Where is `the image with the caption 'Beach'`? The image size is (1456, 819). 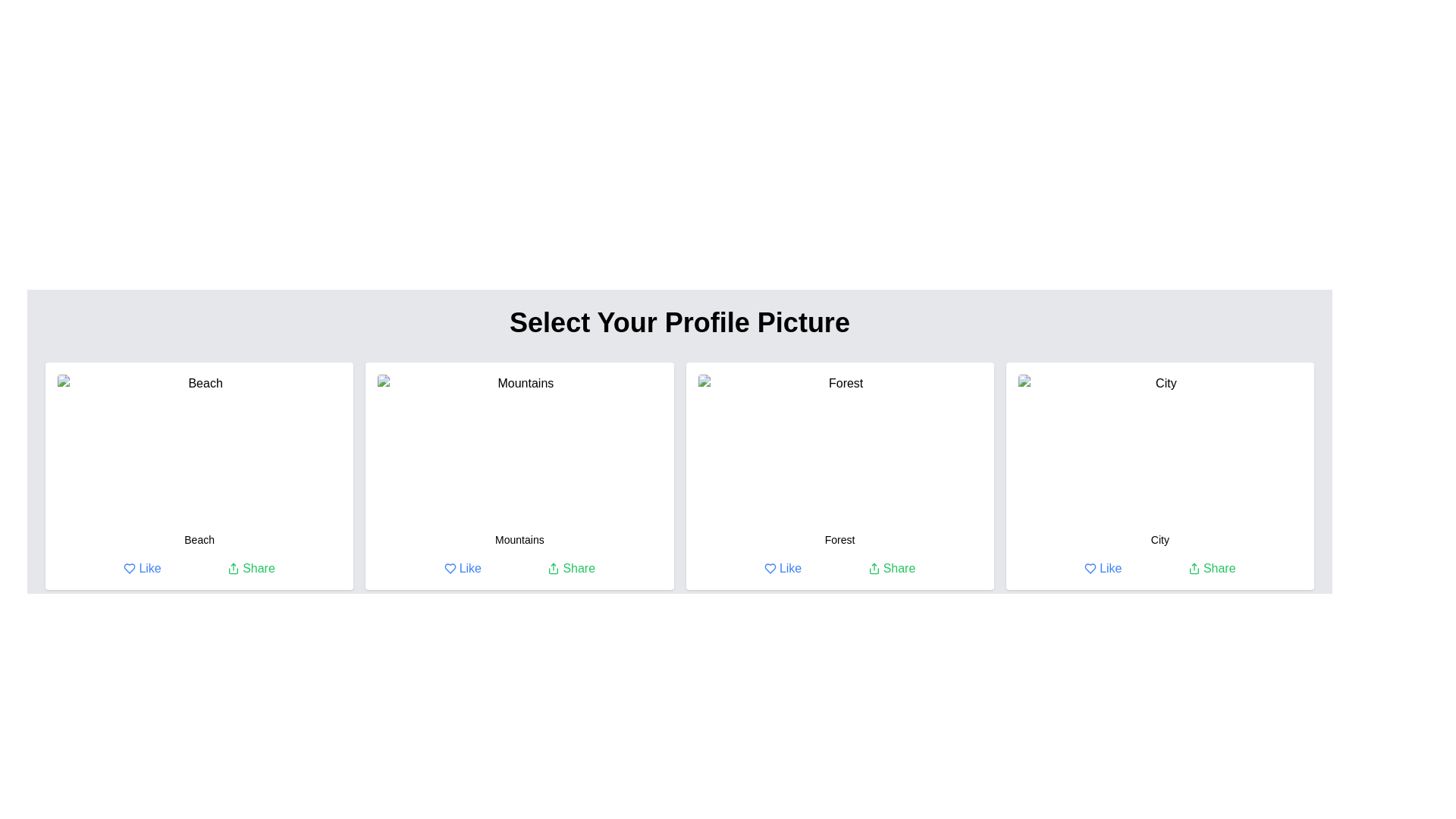
the image with the caption 'Beach' is located at coordinates (199, 447).